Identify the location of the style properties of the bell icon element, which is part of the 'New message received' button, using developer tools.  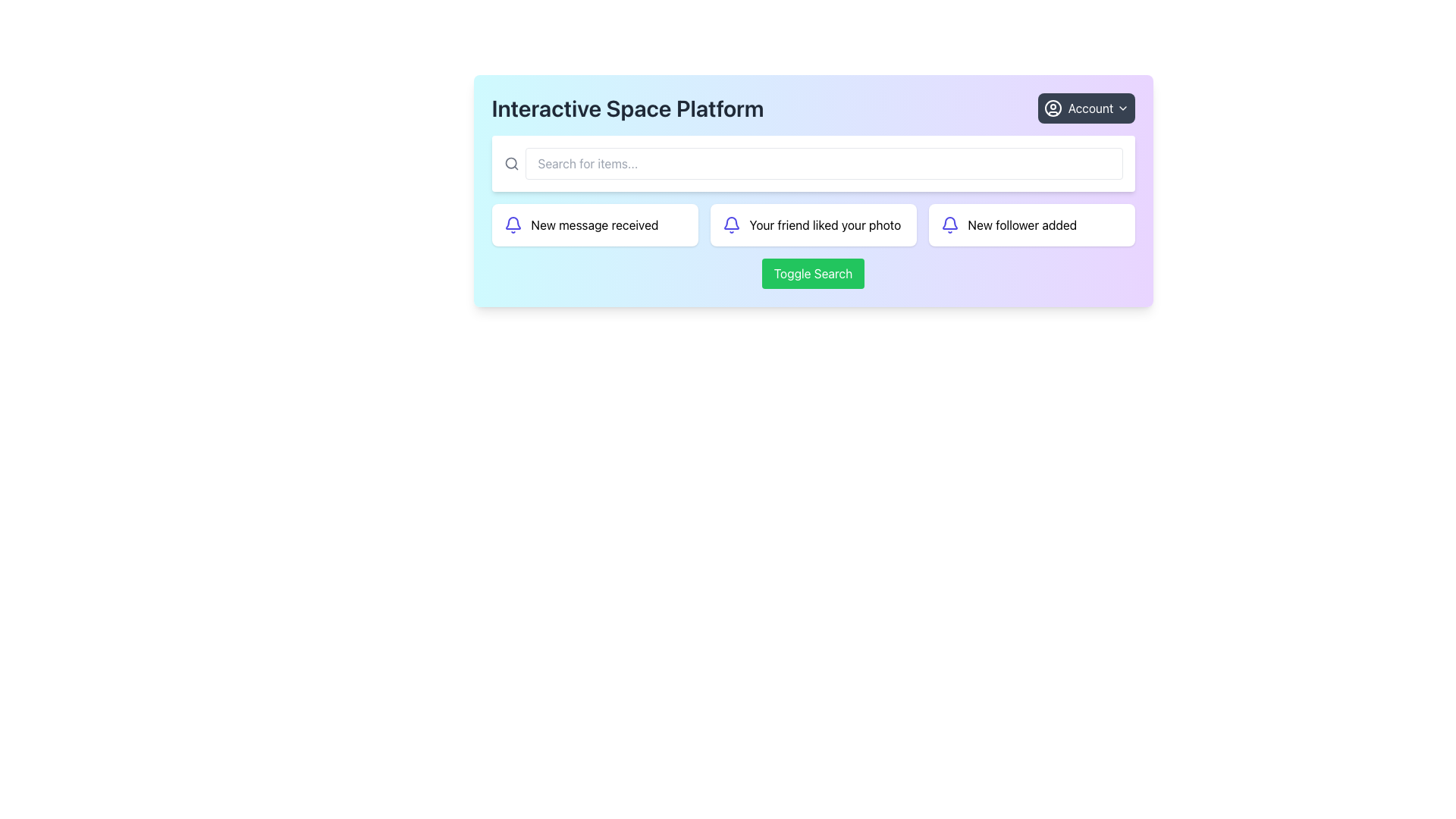
(731, 223).